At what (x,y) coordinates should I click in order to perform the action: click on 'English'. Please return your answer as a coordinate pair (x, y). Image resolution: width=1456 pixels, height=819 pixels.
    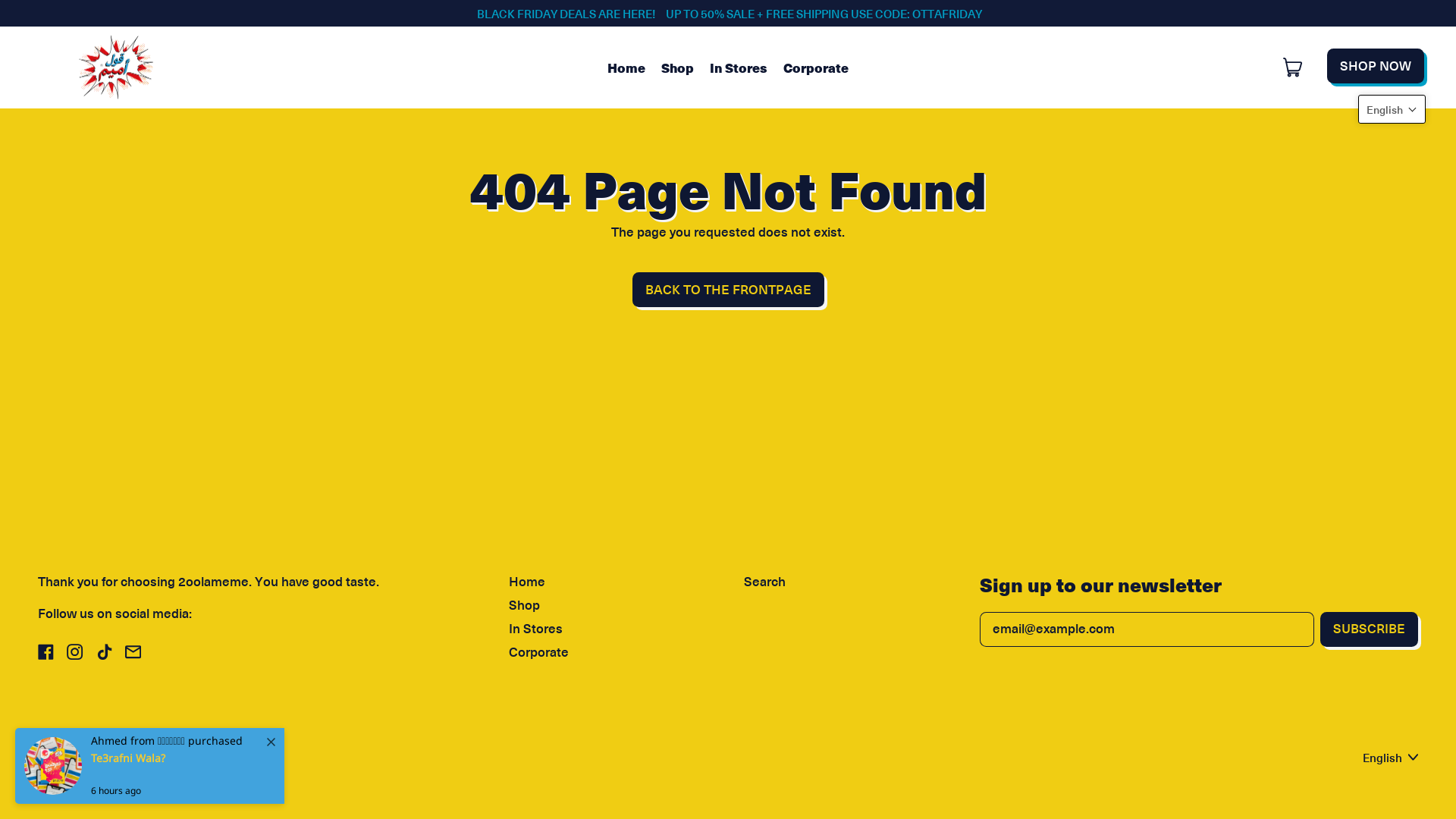
    Looking at the image, I should click on (1390, 757).